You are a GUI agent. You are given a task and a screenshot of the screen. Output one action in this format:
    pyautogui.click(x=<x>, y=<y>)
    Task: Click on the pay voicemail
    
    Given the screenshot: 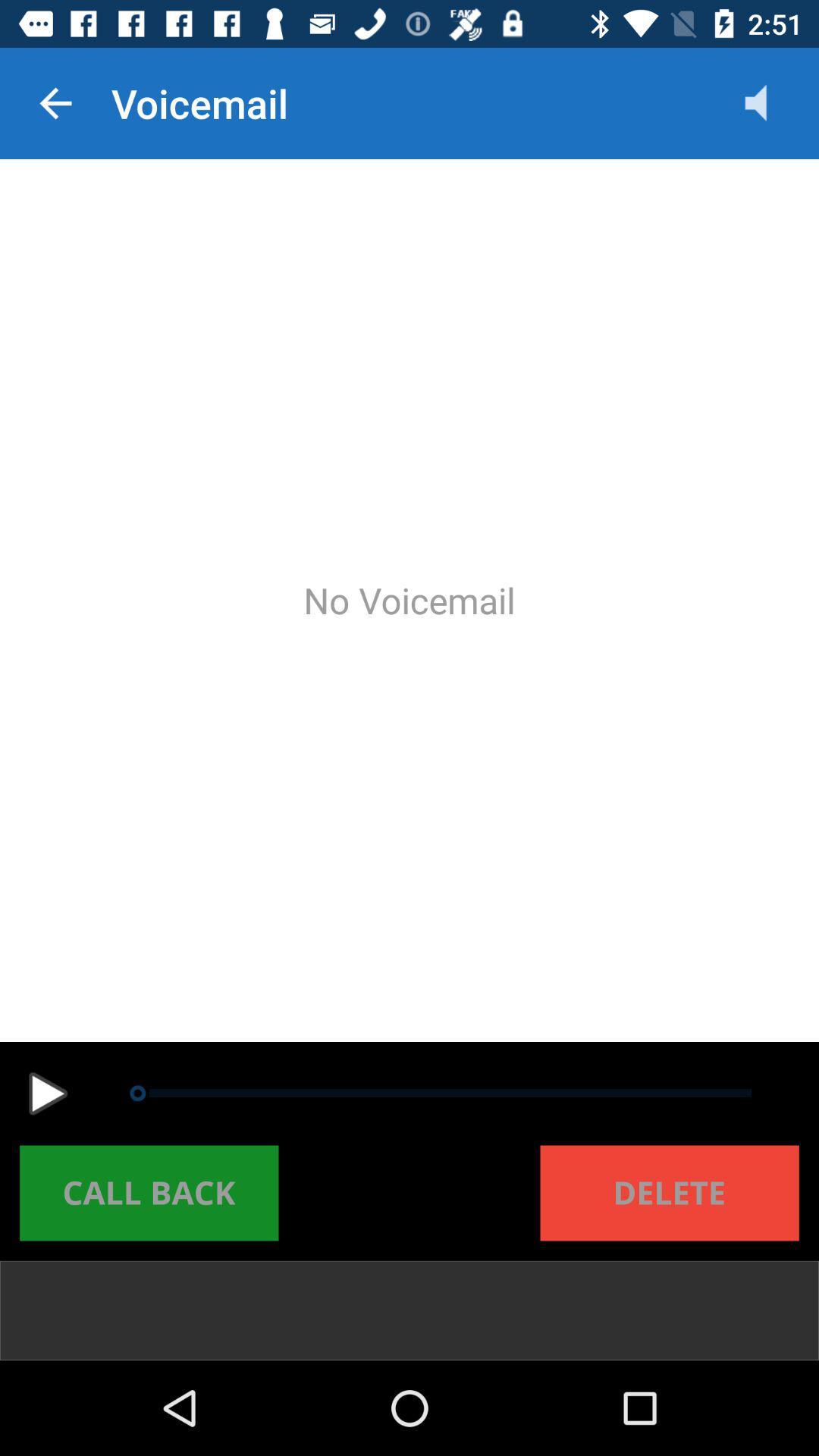 What is the action you would take?
    pyautogui.click(x=47, y=1094)
    